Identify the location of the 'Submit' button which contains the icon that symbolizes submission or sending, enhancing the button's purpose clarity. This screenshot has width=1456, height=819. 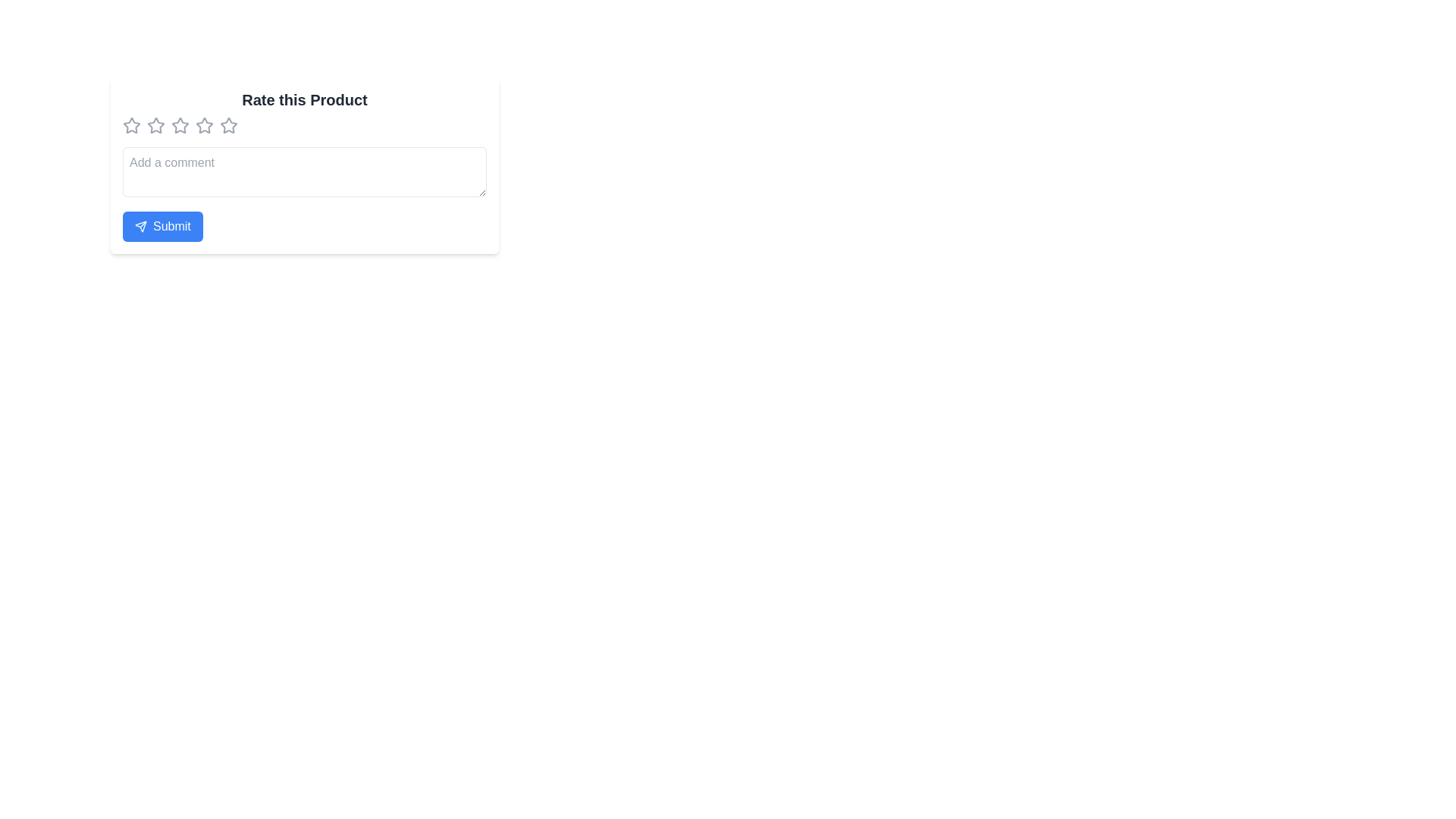
(141, 227).